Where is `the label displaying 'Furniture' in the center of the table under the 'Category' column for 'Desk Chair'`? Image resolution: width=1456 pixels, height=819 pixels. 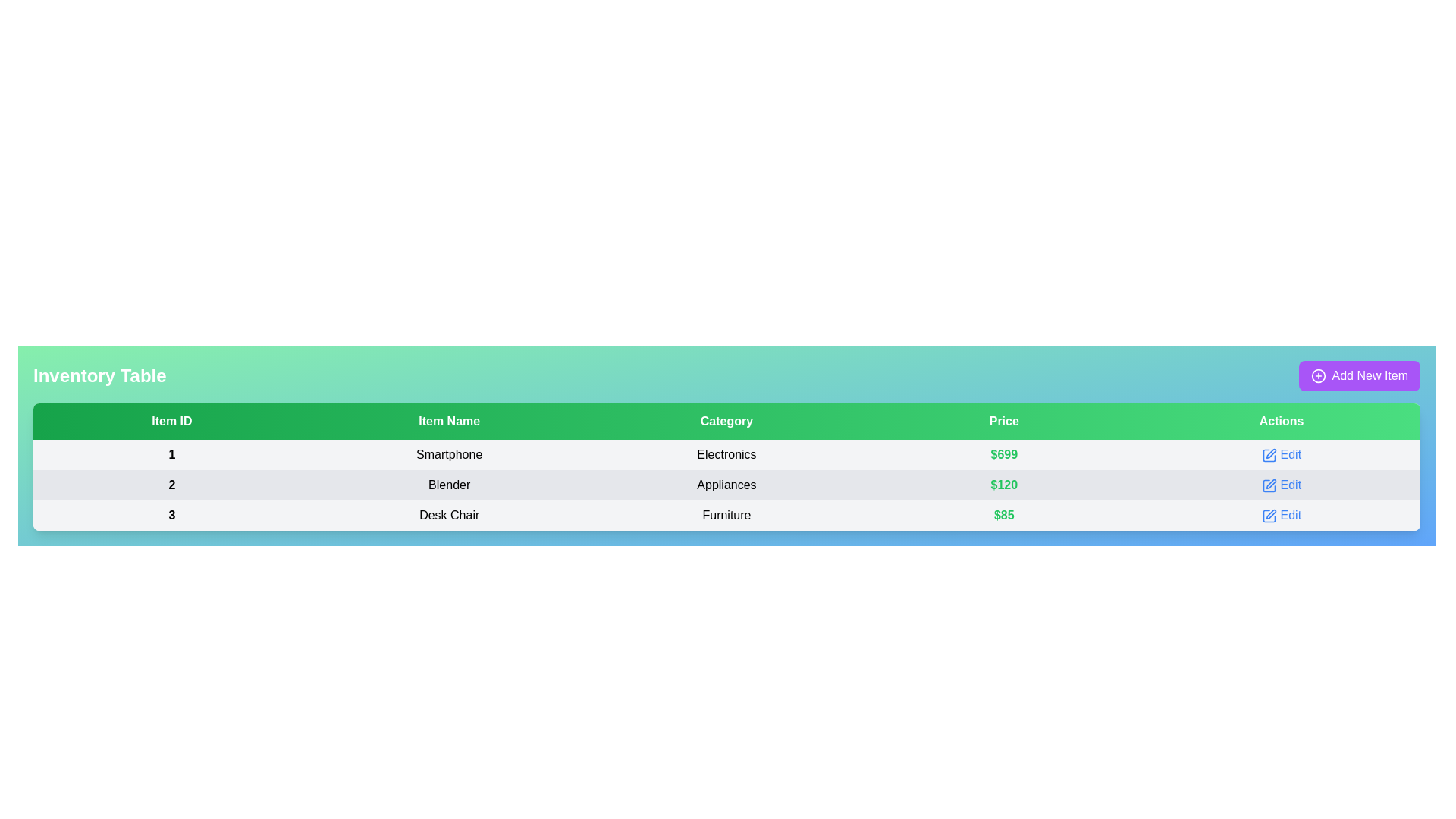 the label displaying 'Furniture' in the center of the table under the 'Category' column for 'Desk Chair' is located at coordinates (726, 514).